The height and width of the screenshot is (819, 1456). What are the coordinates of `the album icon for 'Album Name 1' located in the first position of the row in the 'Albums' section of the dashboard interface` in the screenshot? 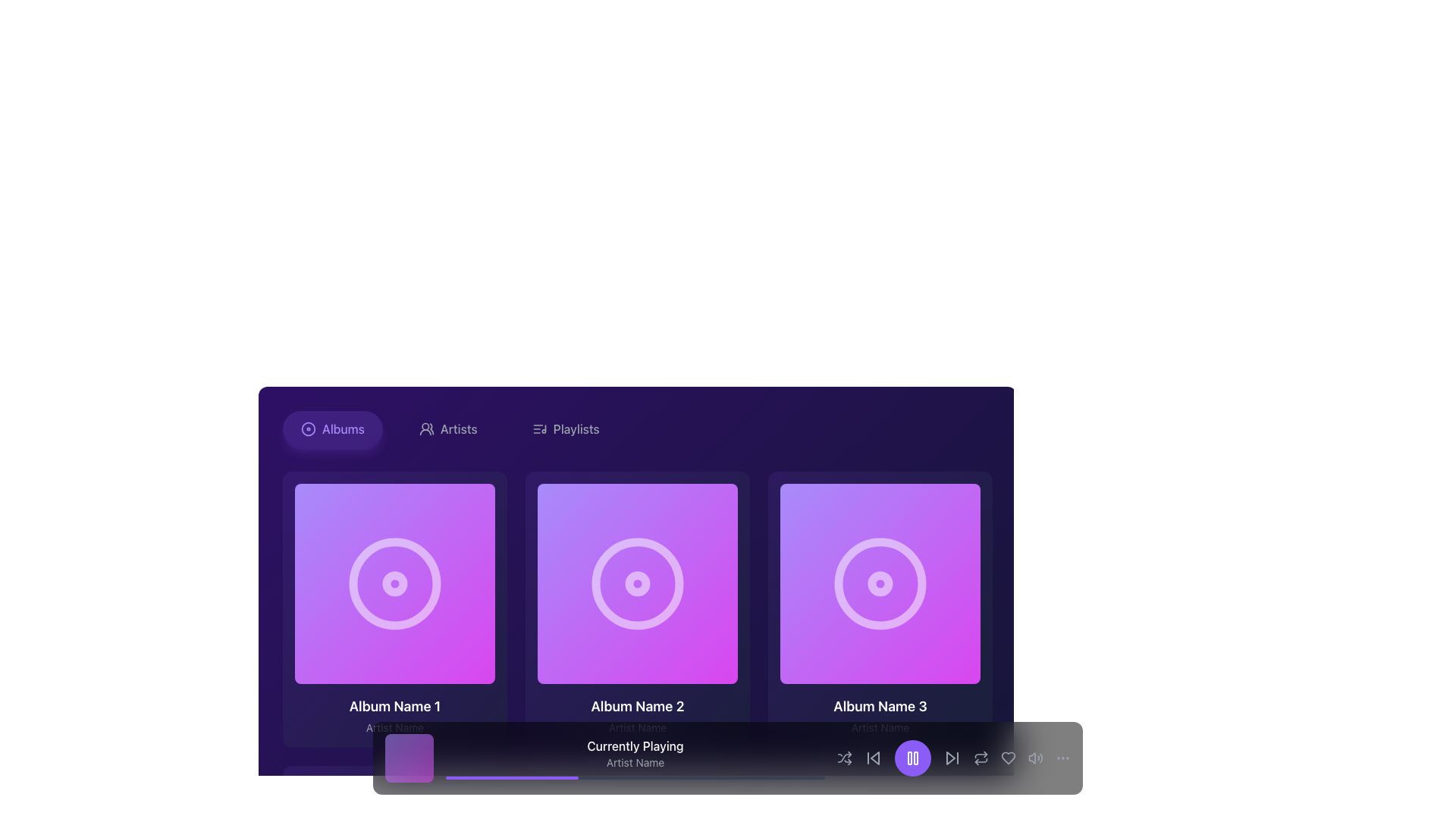 It's located at (395, 583).